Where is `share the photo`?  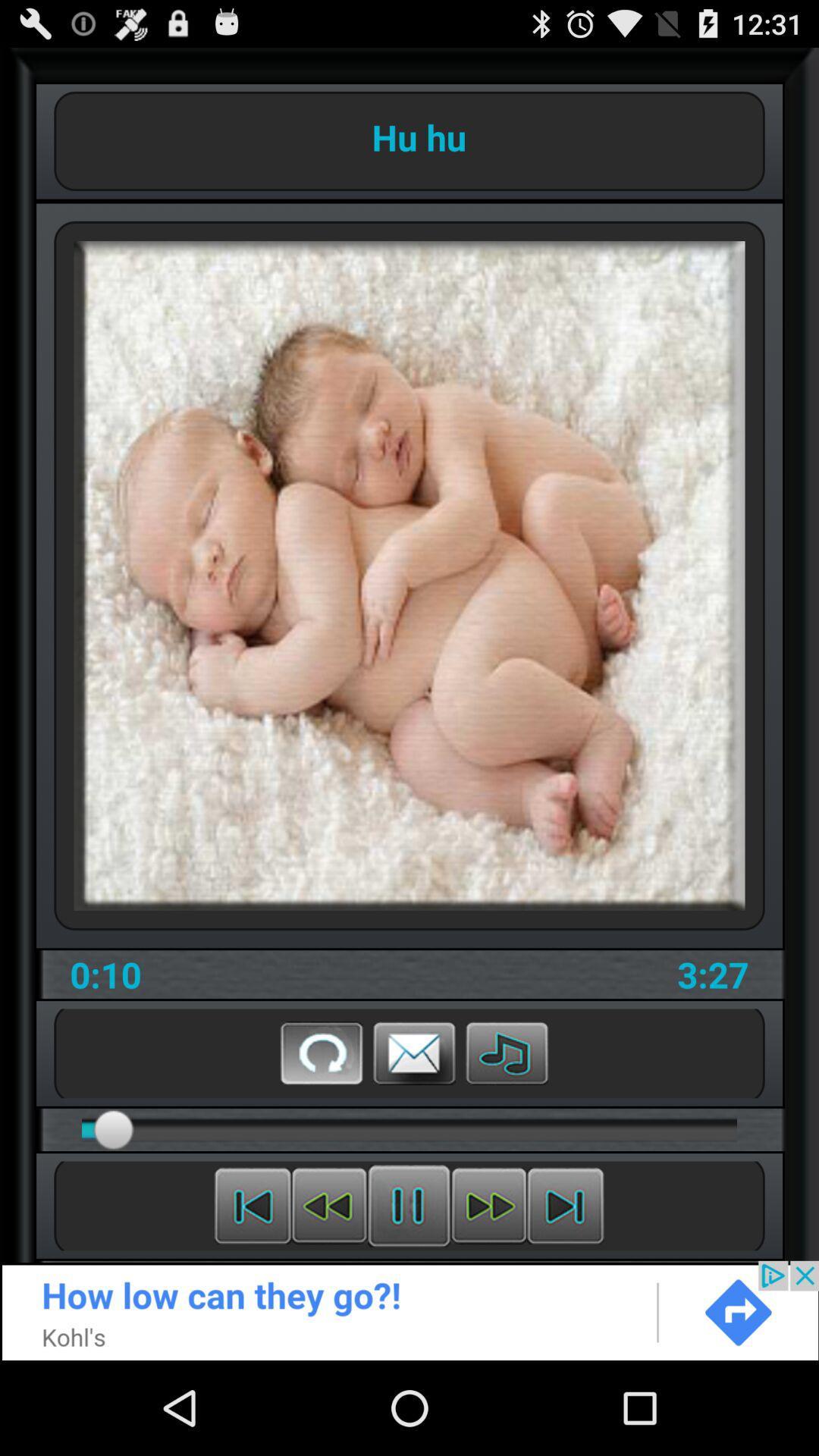 share the photo is located at coordinates (414, 1052).